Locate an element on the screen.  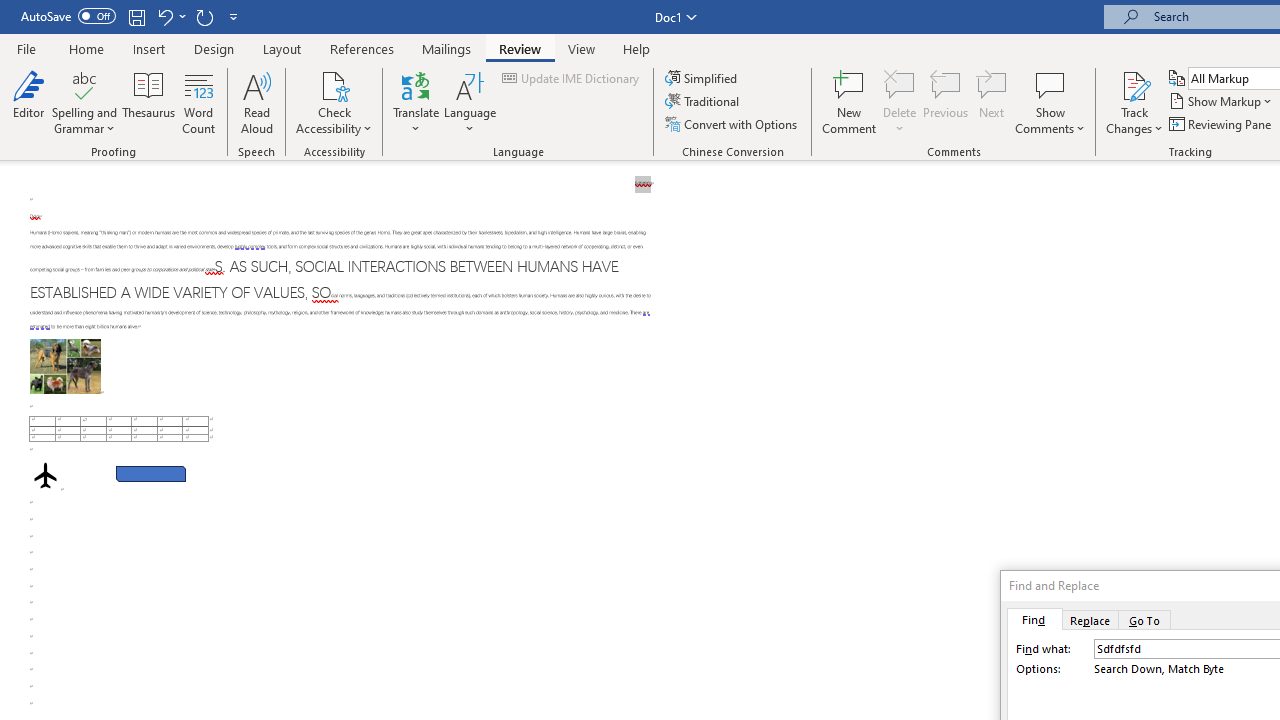
'Read Aloud' is located at coordinates (255, 103).